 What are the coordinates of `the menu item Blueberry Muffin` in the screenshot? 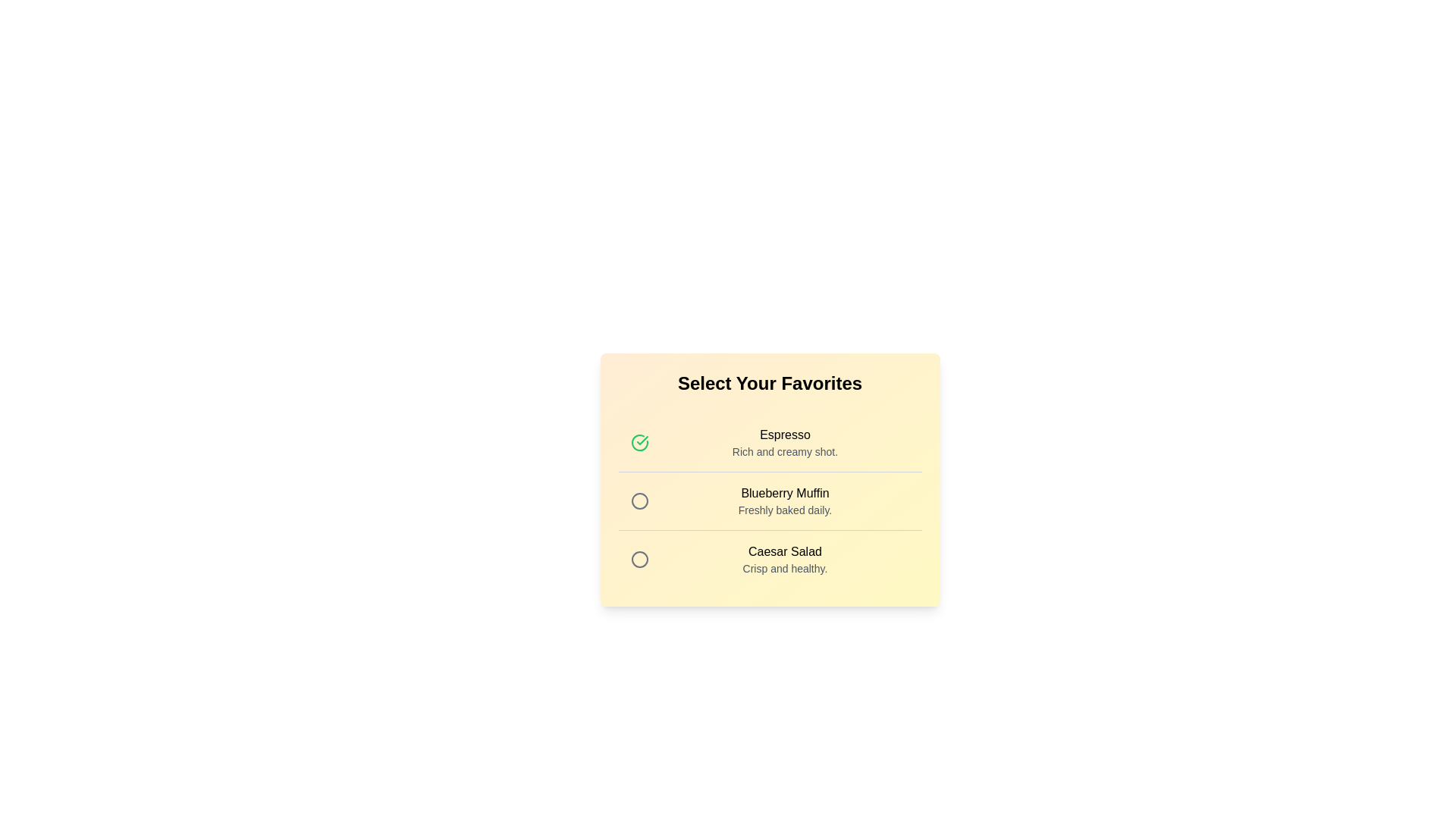 It's located at (639, 500).